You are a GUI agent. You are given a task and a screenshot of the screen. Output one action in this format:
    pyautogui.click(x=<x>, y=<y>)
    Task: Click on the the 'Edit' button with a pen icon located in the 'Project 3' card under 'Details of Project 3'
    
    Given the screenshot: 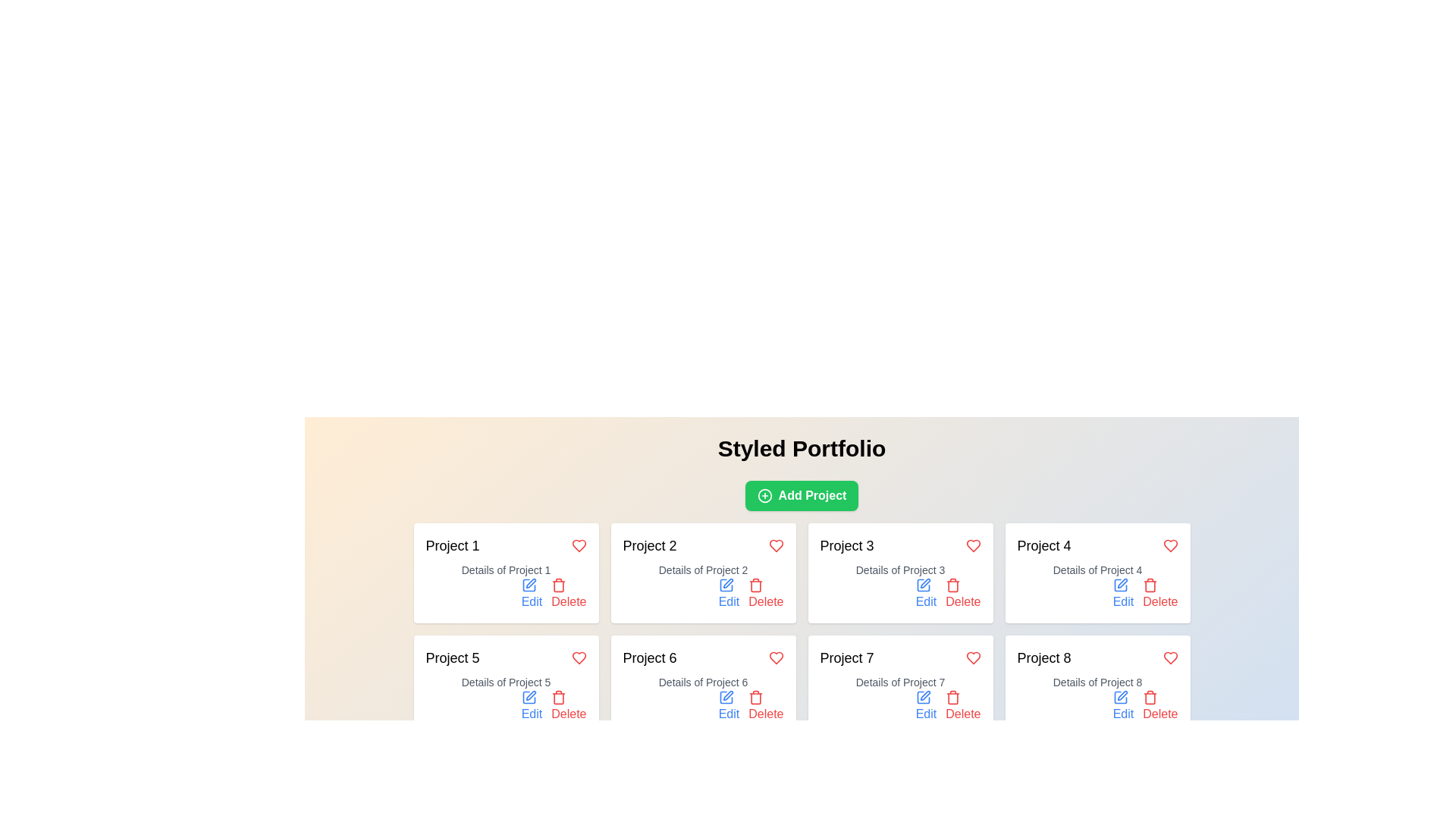 What is the action you would take?
    pyautogui.click(x=925, y=593)
    